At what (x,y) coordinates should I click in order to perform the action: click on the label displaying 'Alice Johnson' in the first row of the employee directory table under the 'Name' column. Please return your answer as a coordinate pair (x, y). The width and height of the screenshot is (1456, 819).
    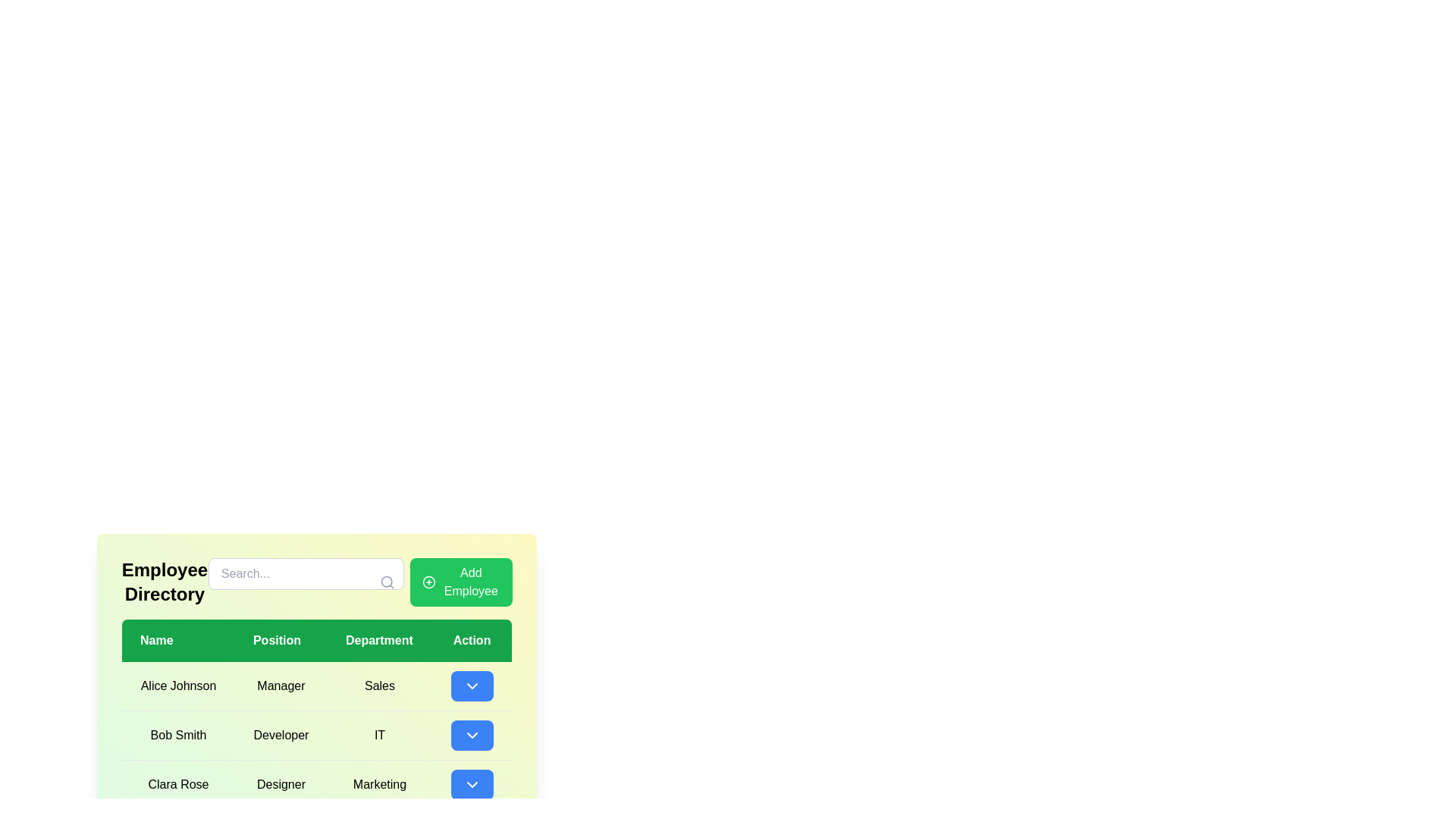
    Looking at the image, I should click on (178, 686).